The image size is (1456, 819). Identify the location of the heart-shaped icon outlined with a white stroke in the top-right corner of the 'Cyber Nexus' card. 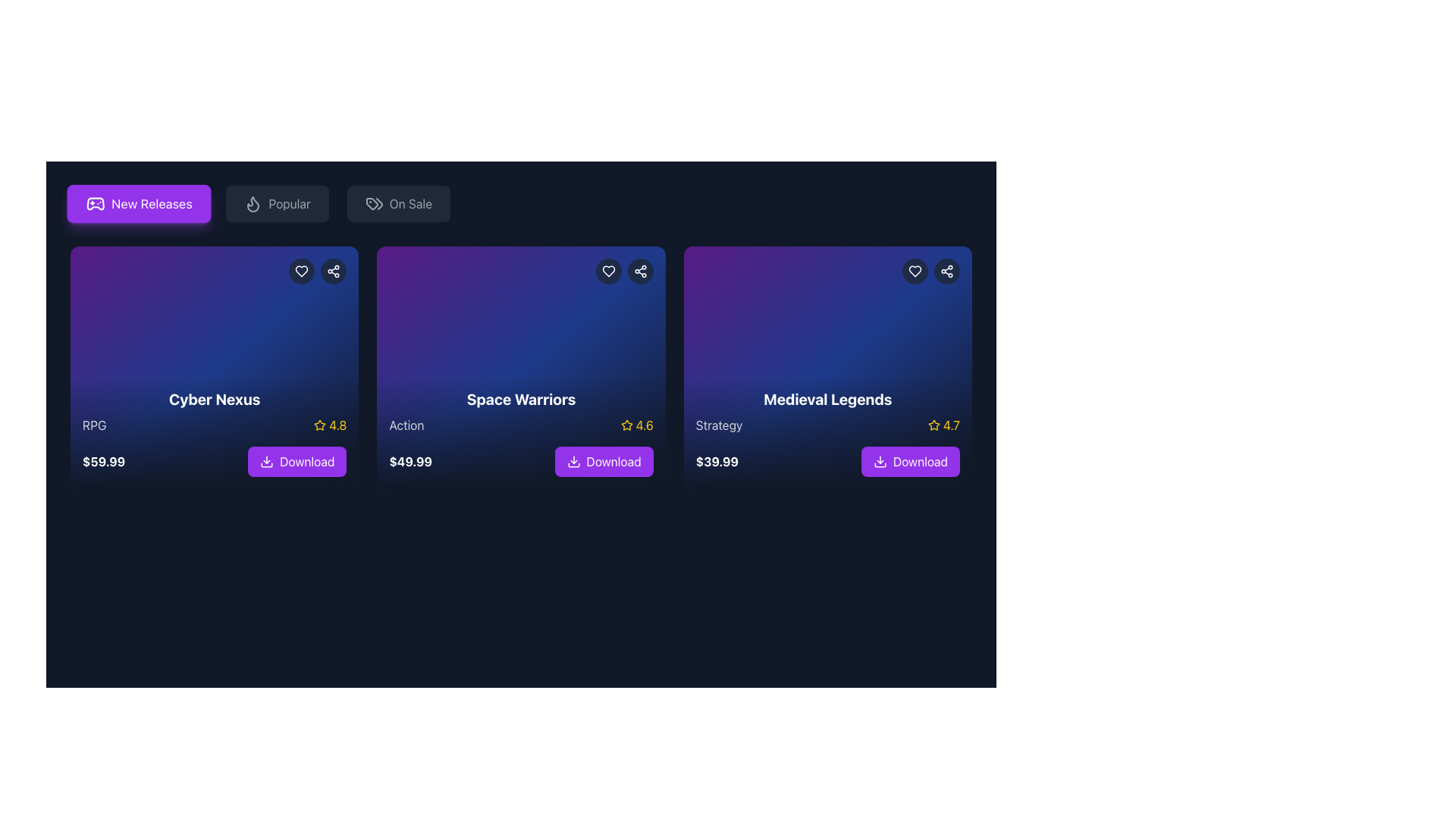
(302, 271).